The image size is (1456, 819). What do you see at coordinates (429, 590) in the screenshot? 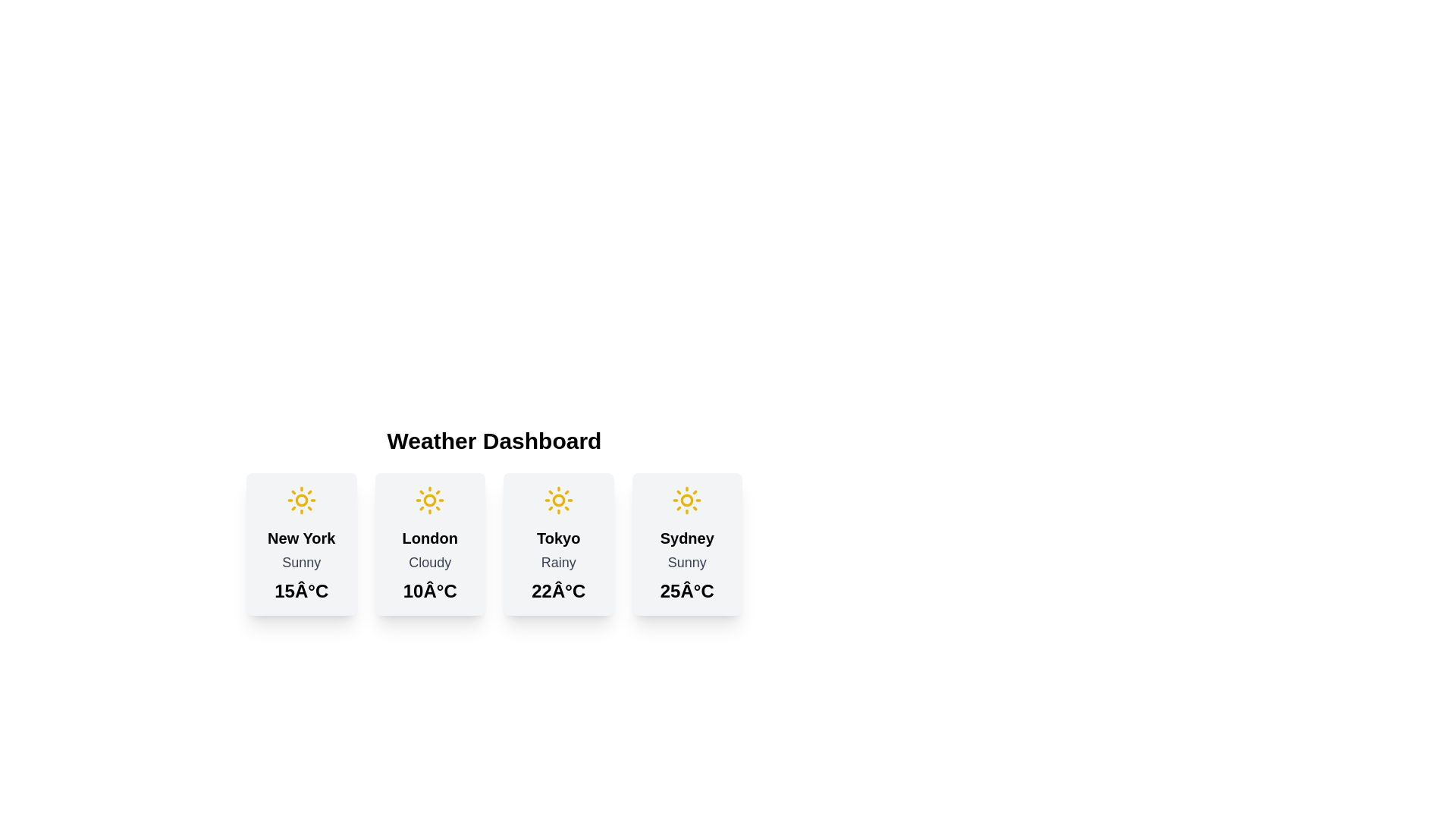
I see `the static label displaying the temperature for the weather forecast located at the bottom of the second weather card, below the text 'Cloudy'` at bounding box center [429, 590].